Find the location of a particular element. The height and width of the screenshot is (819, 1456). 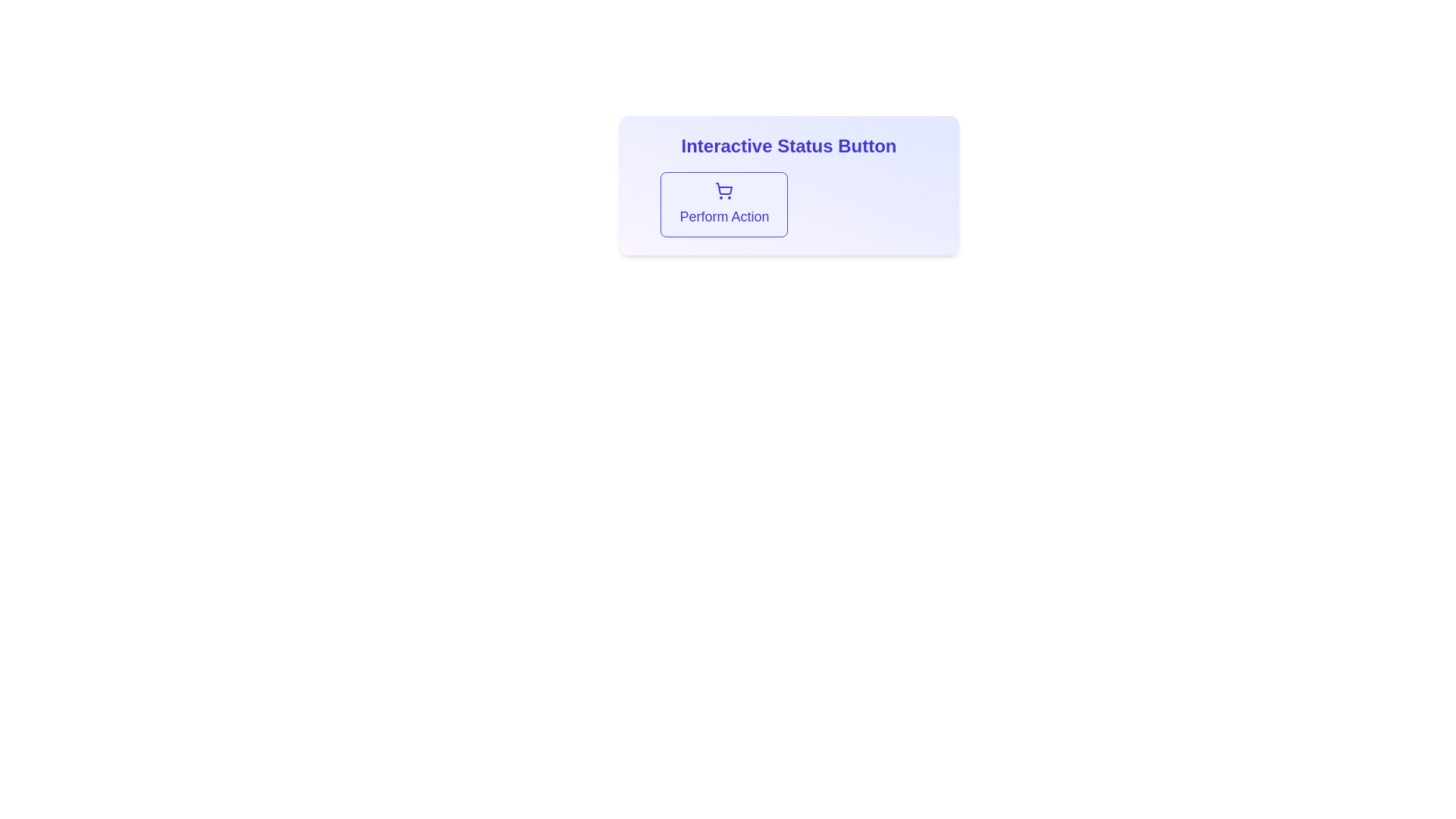

the innermost SVG Circle that serves as an alert or status indicator, located within the 'Interactive Status Button' section, near the top right of the interface is located at coordinates (809, 212).